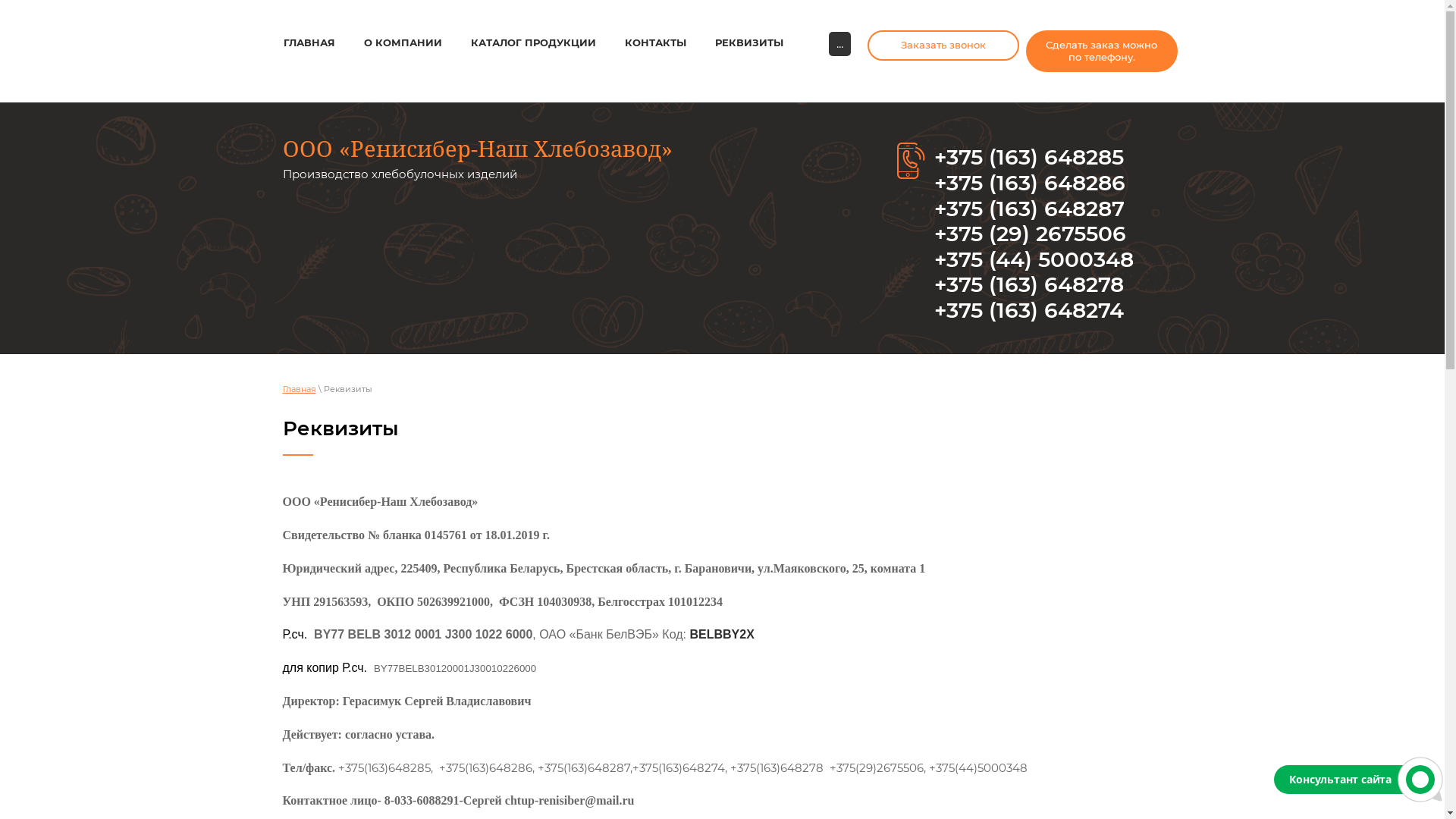 Image resolution: width=1456 pixels, height=819 pixels. Describe the element at coordinates (1030, 234) in the screenshot. I see `'+375 (29) 2675506'` at that location.